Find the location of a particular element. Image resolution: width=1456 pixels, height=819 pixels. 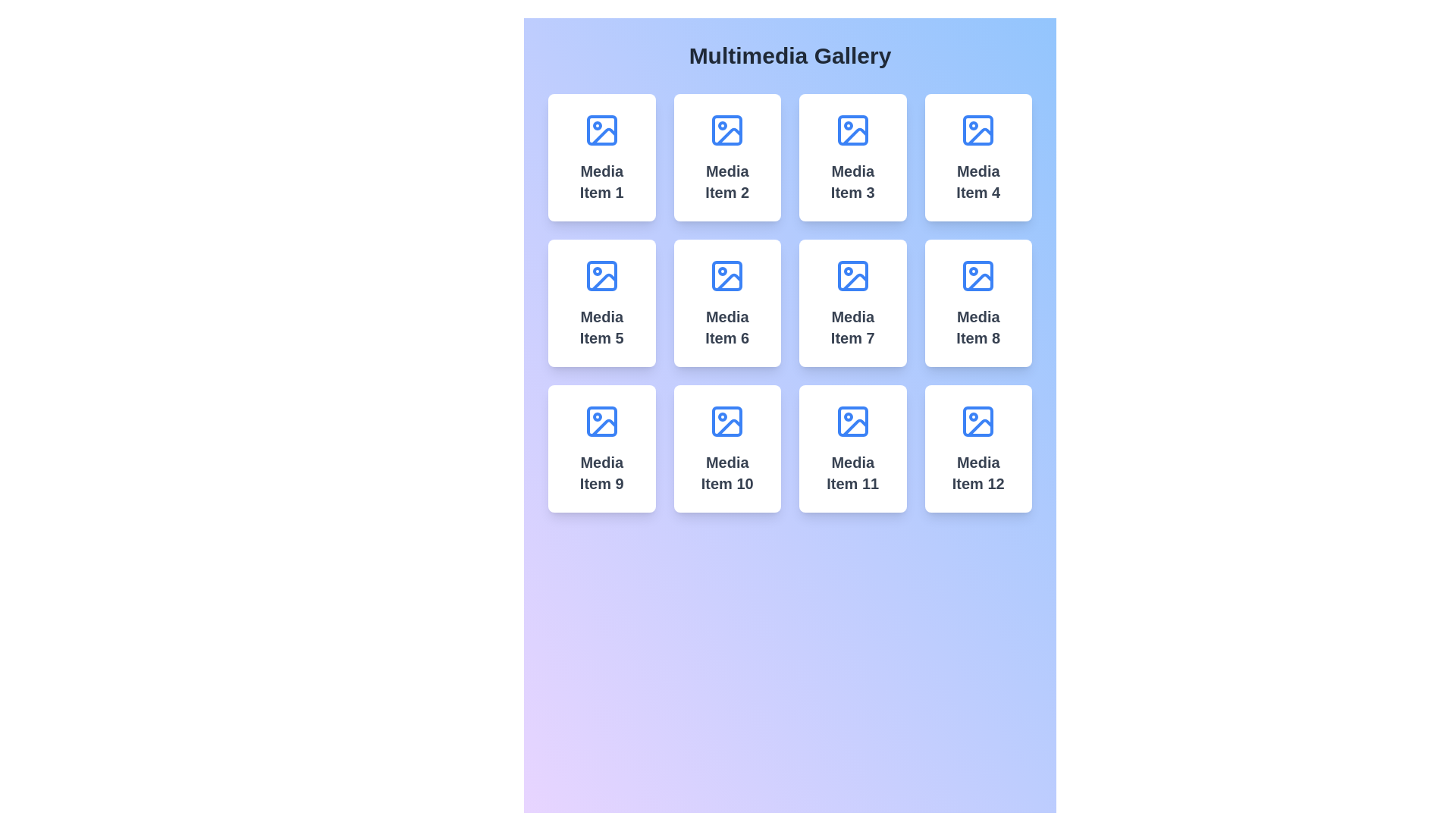

the blue-bordered square icon representing 'Media Item 12' located in the bottom-right corner of the 'Multimedia Gallery' is located at coordinates (978, 421).